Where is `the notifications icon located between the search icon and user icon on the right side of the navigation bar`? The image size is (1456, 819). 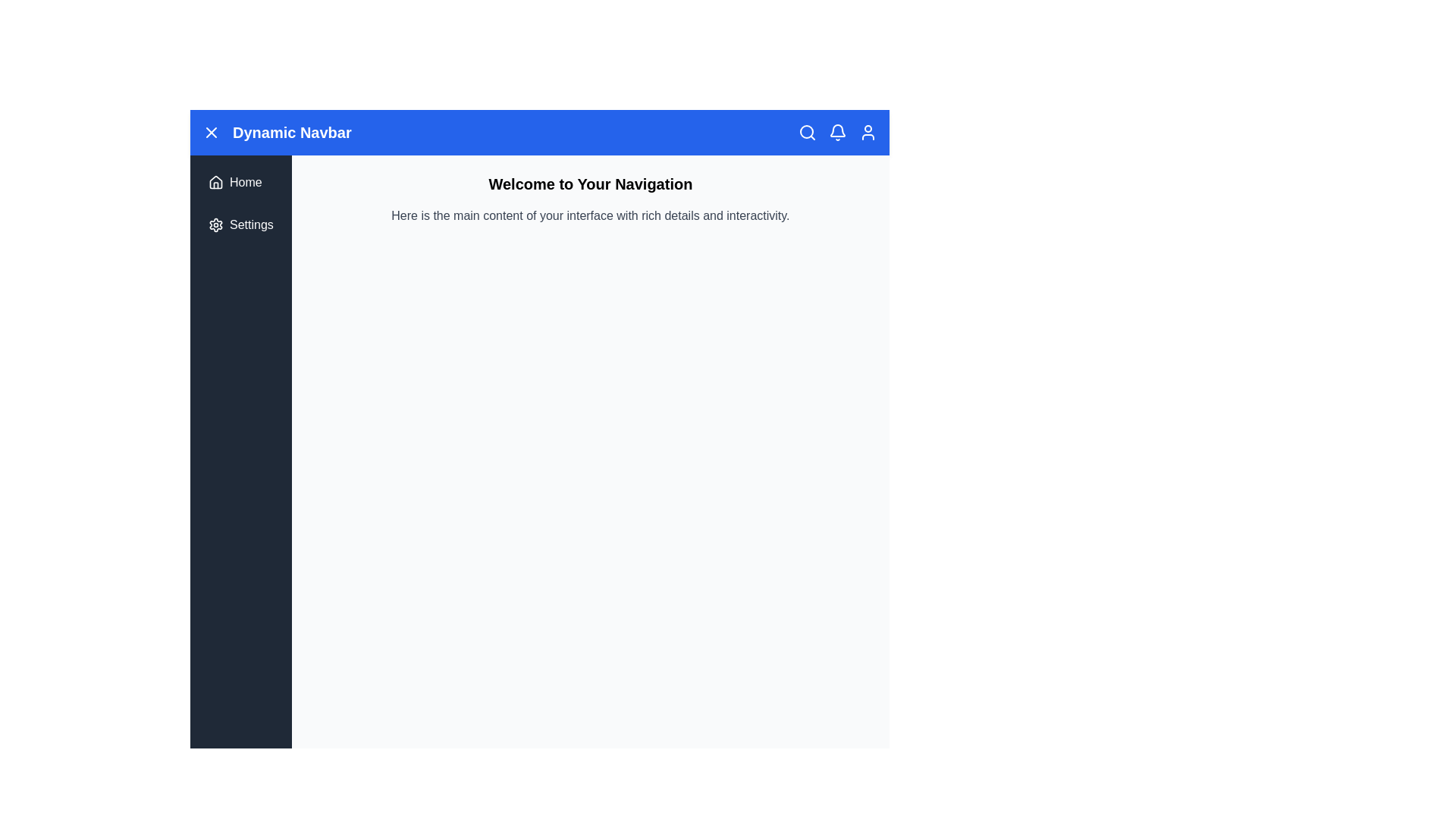 the notifications icon located between the search icon and user icon on the right side of the navigation bar is located at coordinates (836, 131).